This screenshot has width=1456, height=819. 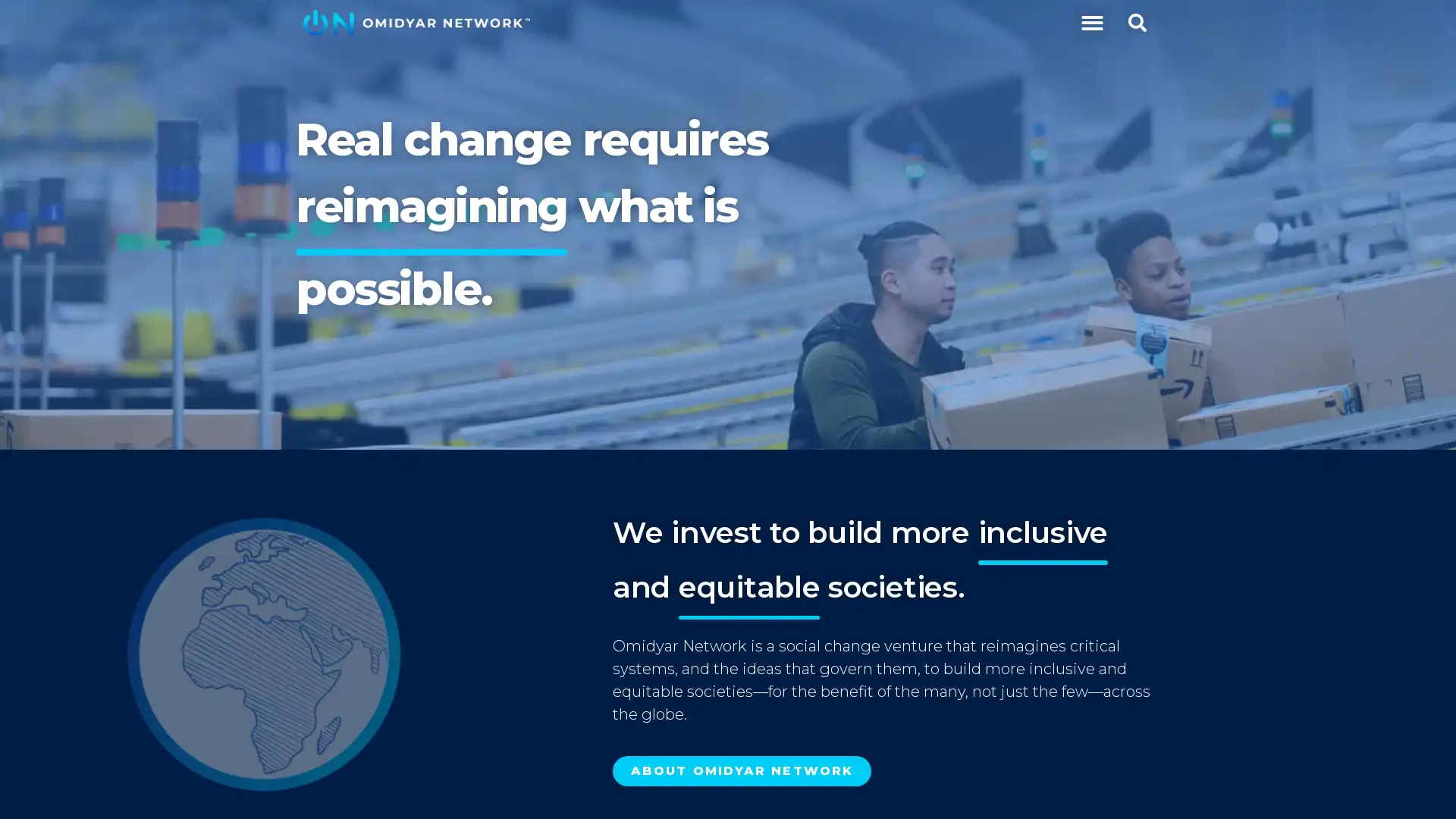 I want to click on ABOUT OMIDYAR NETWORK, so click(x=742, y=771).